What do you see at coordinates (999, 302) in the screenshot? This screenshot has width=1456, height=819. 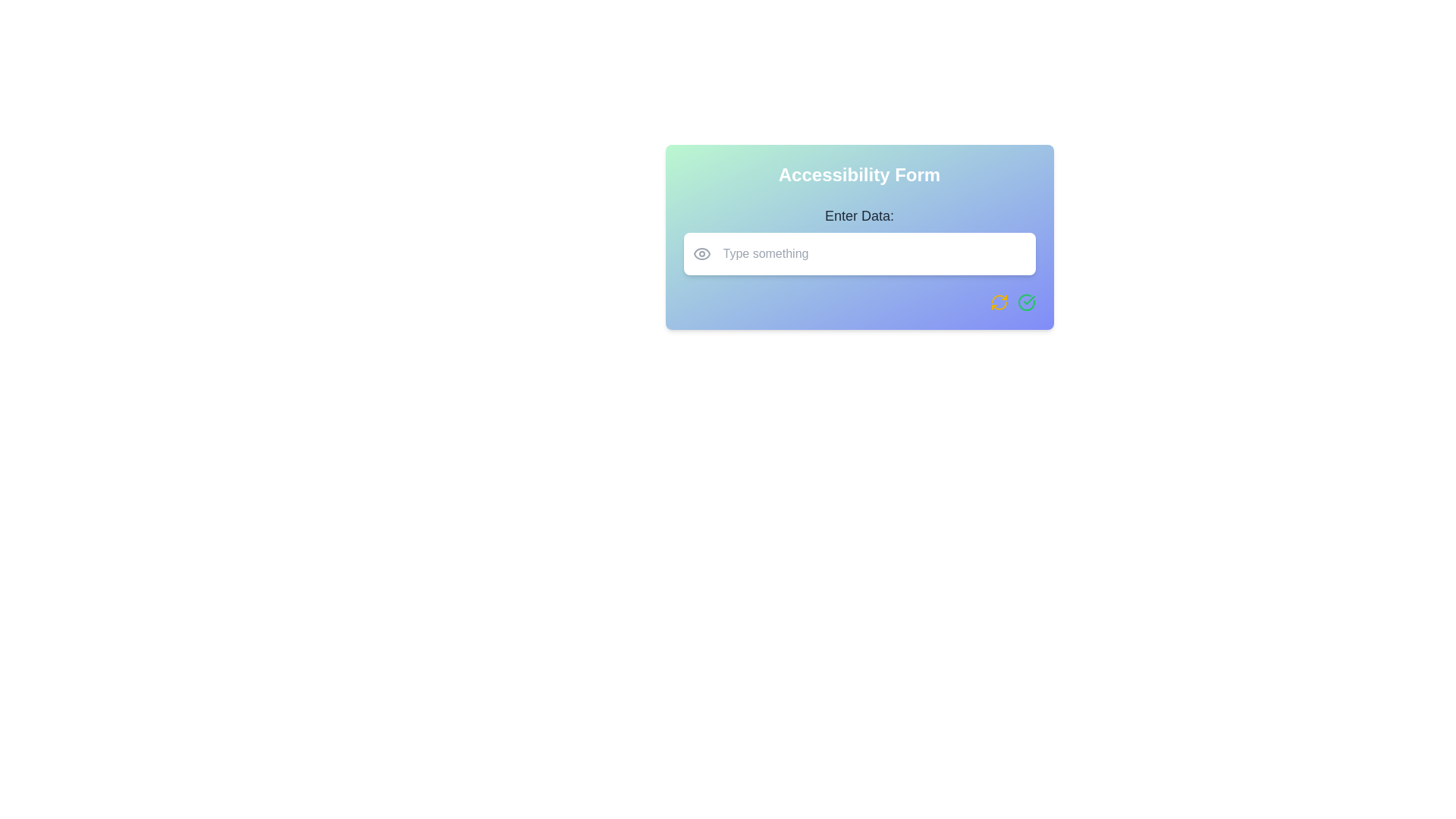 I see `the refresh icon located at the bottom-right corner of the form interface for additional tooltip or visual feedback` at bounding box center [999, 302].